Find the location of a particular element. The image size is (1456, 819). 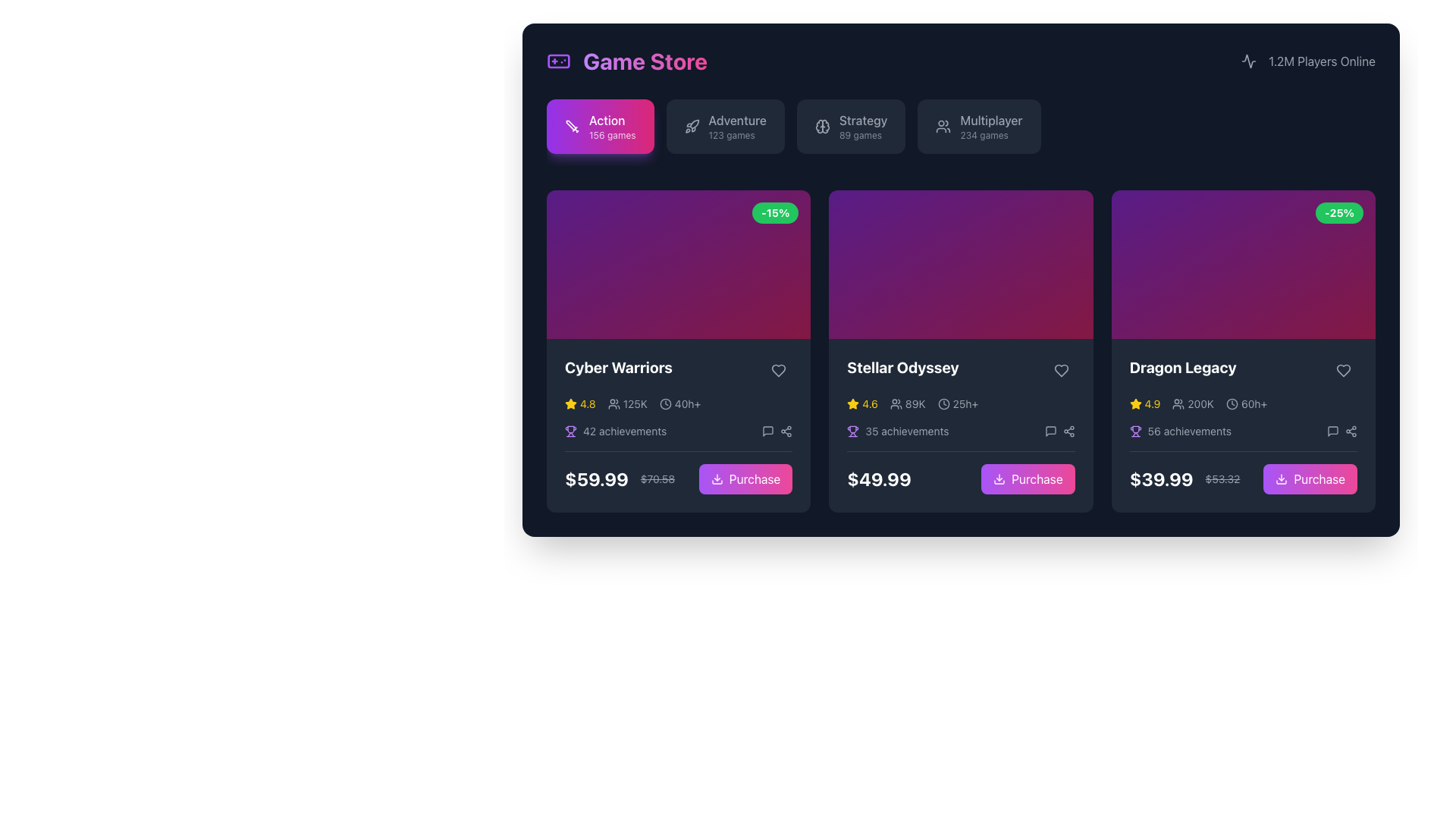

the text field displaying '125K', which is located beside a user group icon in the bottom-left section of the 'Cyber Warriors' card is located at coordinates (635, 403).